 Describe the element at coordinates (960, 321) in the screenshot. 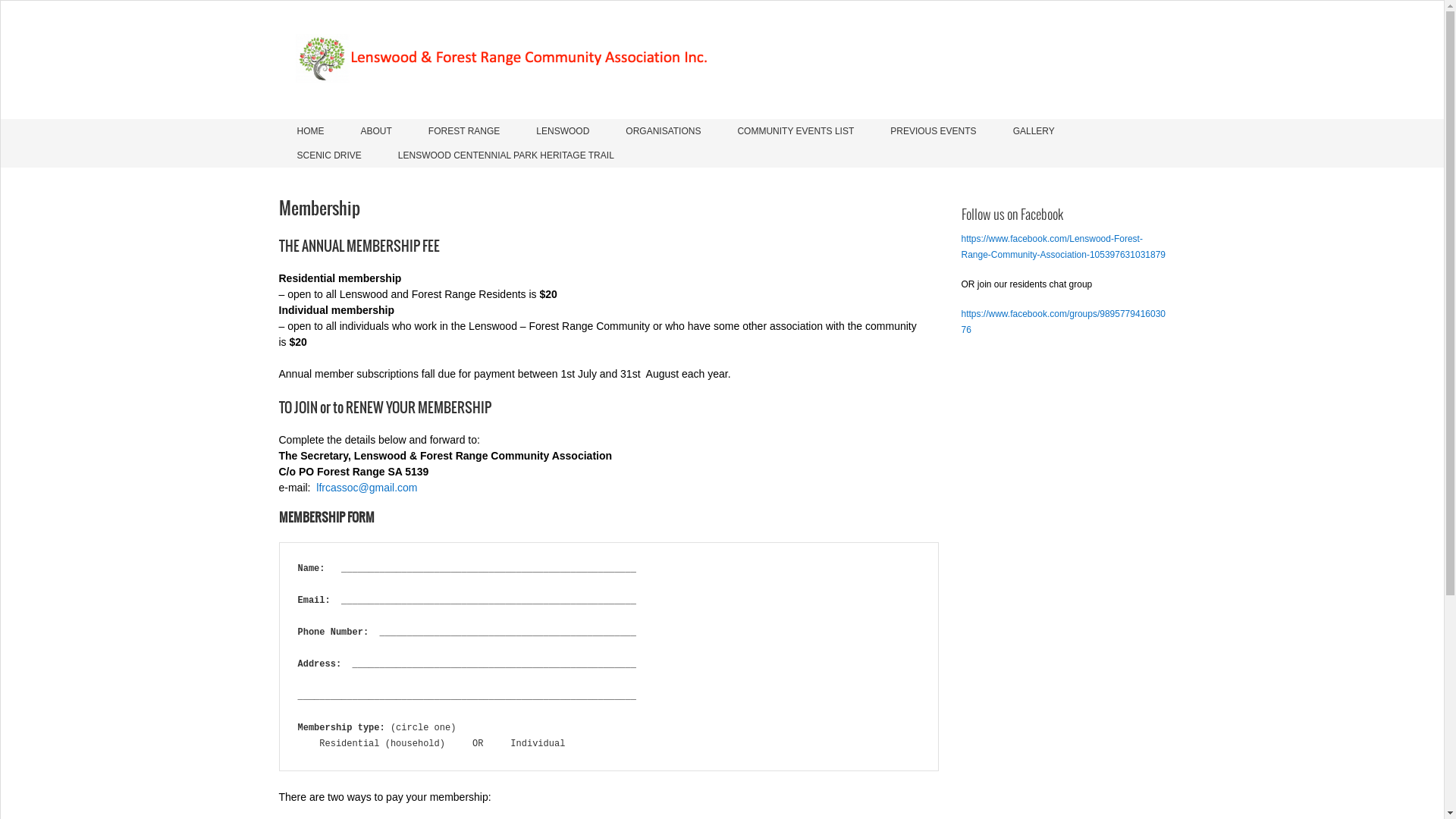

I see `'https://www.facebook.com/groups/989577941603076'` at that location.